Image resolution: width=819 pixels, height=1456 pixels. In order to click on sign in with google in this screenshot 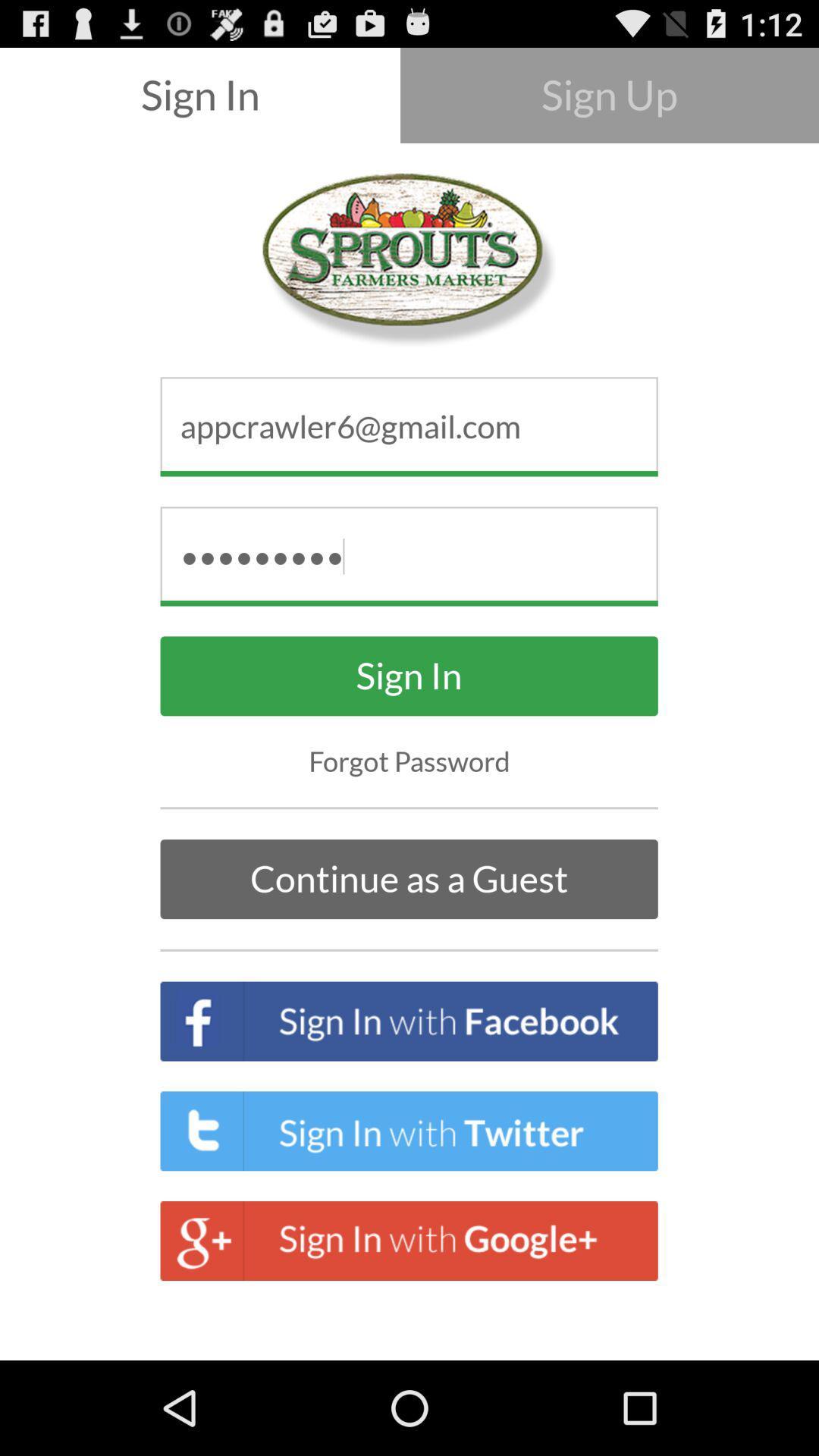, I will do `click(409, 1241)`.